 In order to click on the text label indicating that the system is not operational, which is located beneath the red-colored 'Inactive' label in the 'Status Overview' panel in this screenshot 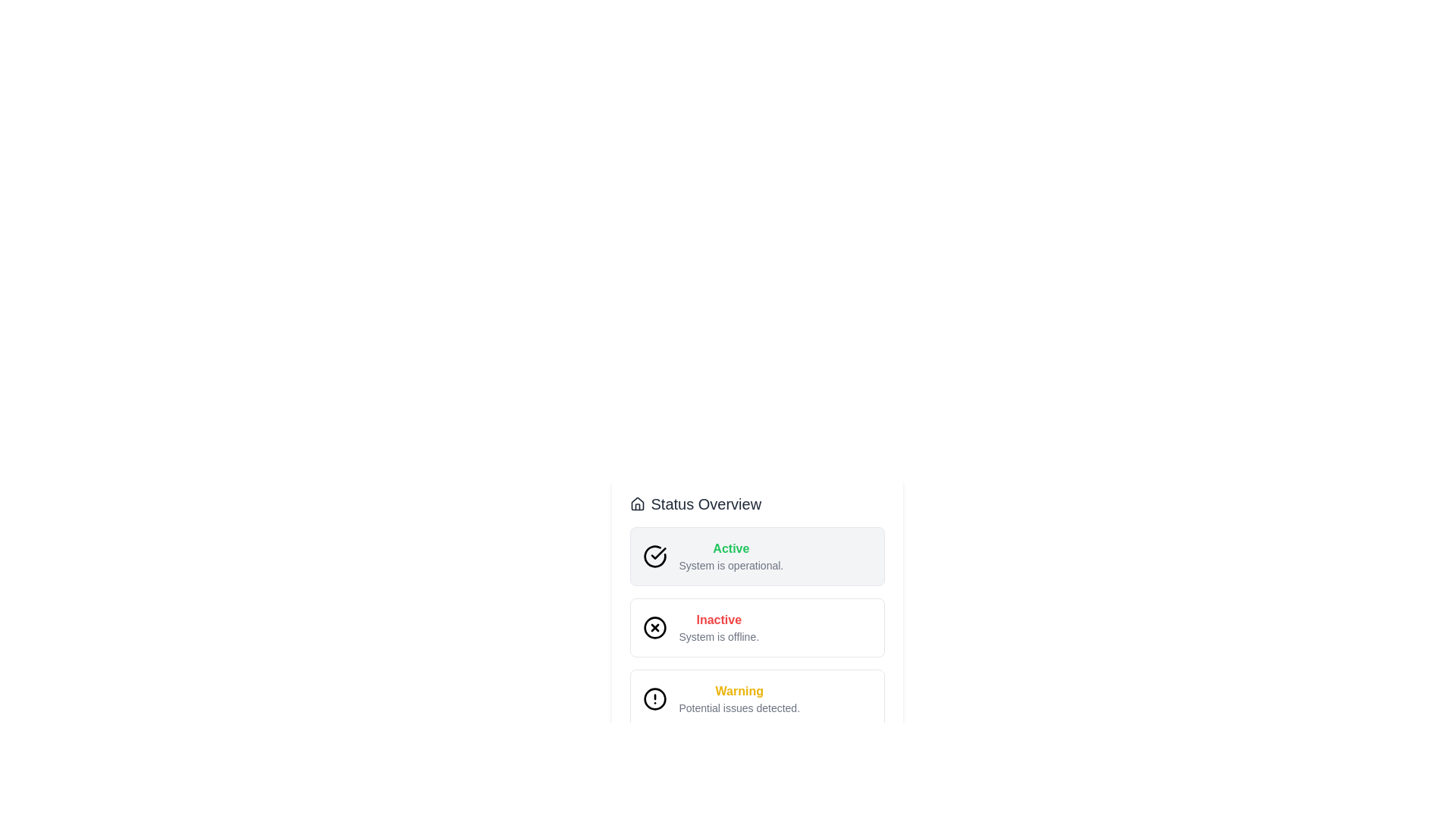, I will do `click(718, 637)`.